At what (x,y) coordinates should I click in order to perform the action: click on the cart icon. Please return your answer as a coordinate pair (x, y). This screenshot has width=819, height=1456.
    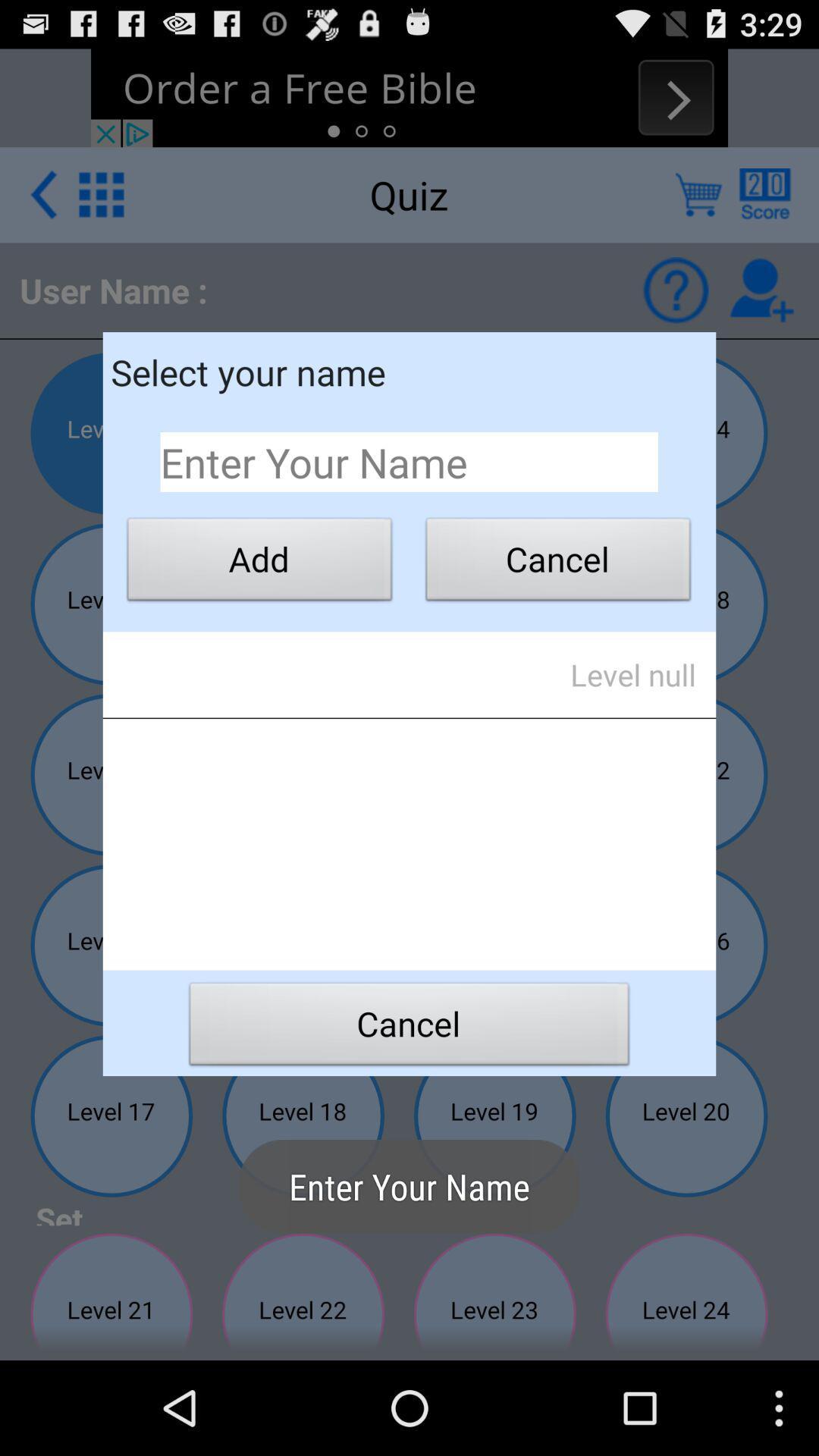
    Looking at the image, I should click on (698, 207).